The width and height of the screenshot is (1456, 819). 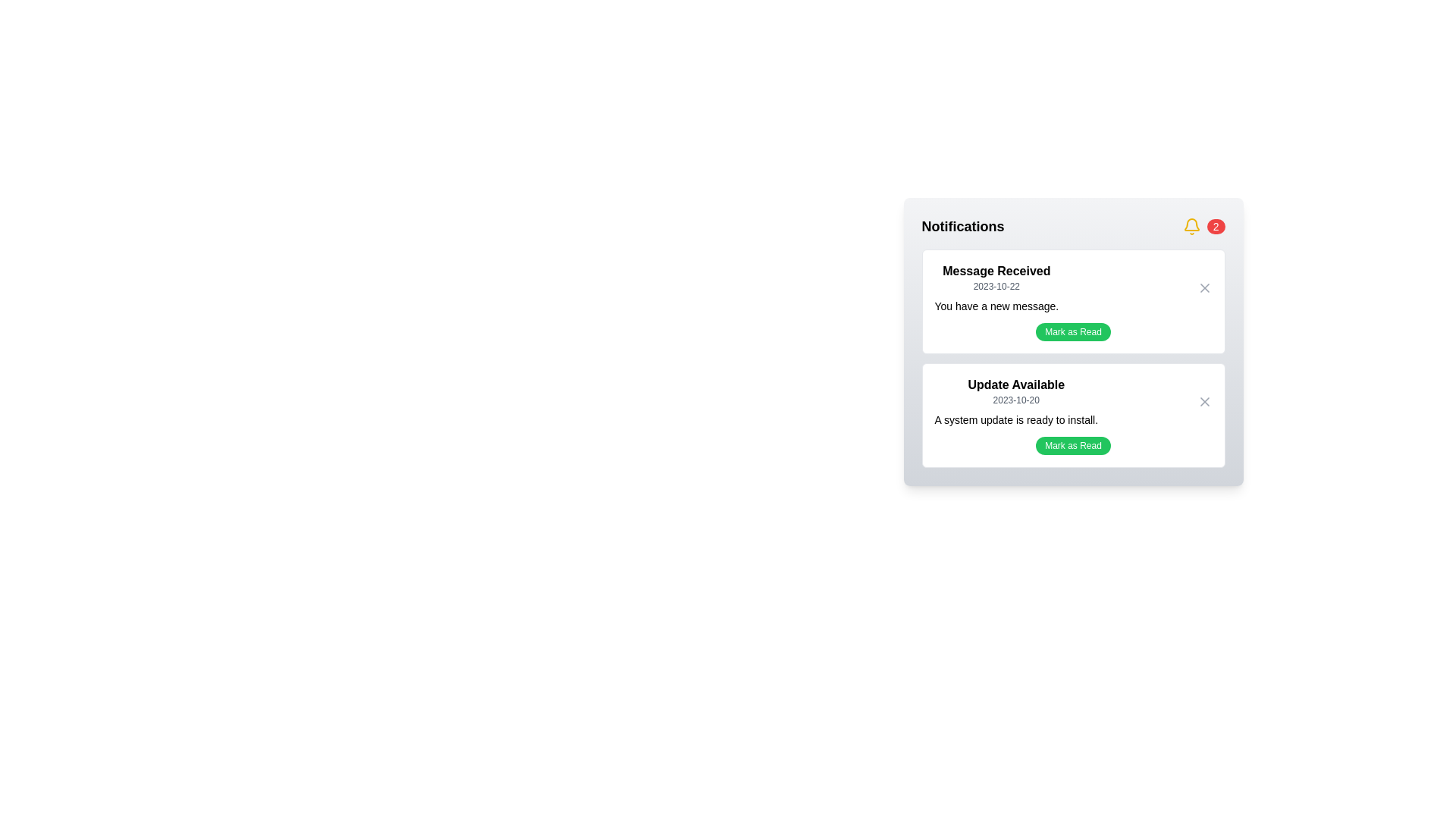 I want to click on the Text Display element showing the date '2023-10-20', which is styled in gray and located within the notification card under 'Notifications', so click(x=1016, y=400).